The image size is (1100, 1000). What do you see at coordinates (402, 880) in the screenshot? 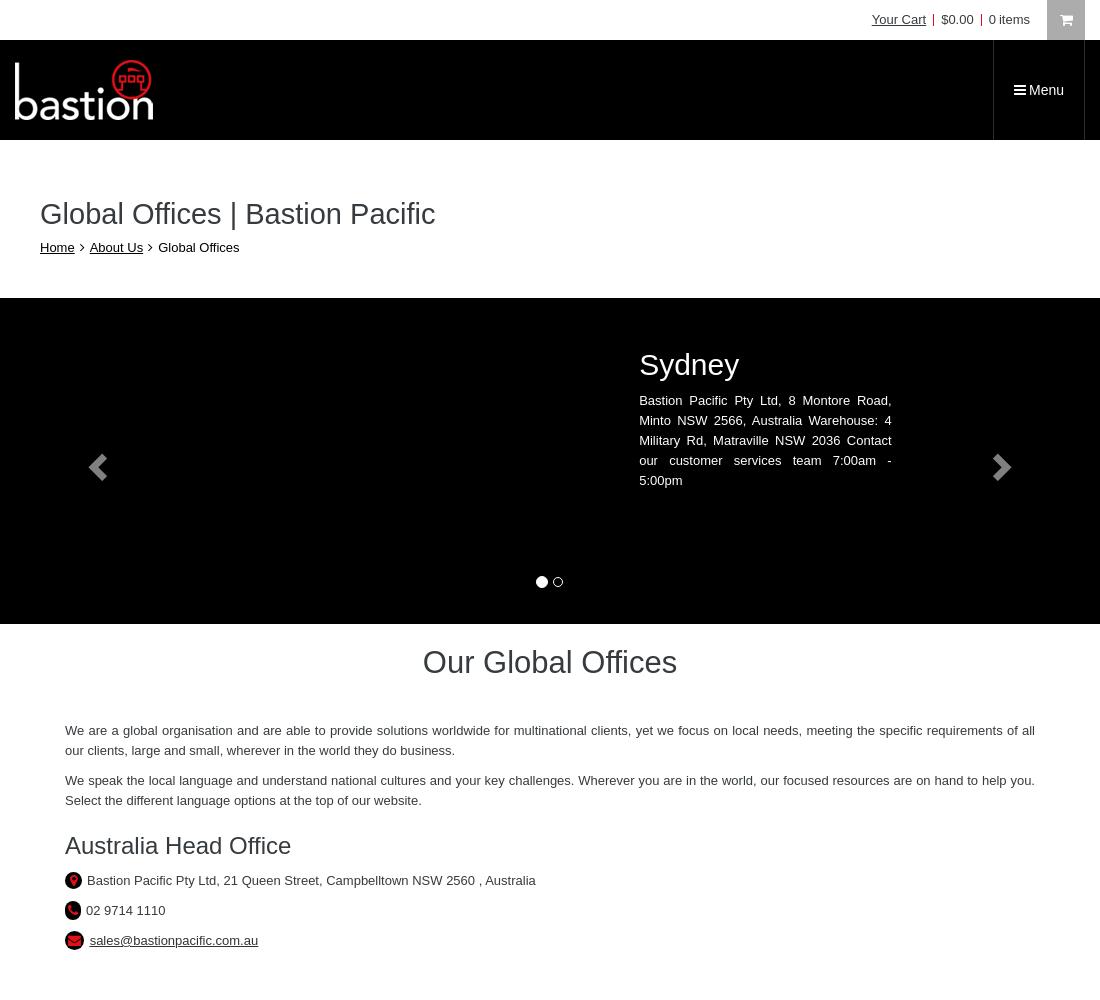
I see `'Campbelltown NSW 2560'` at bounding box center [402, 880].